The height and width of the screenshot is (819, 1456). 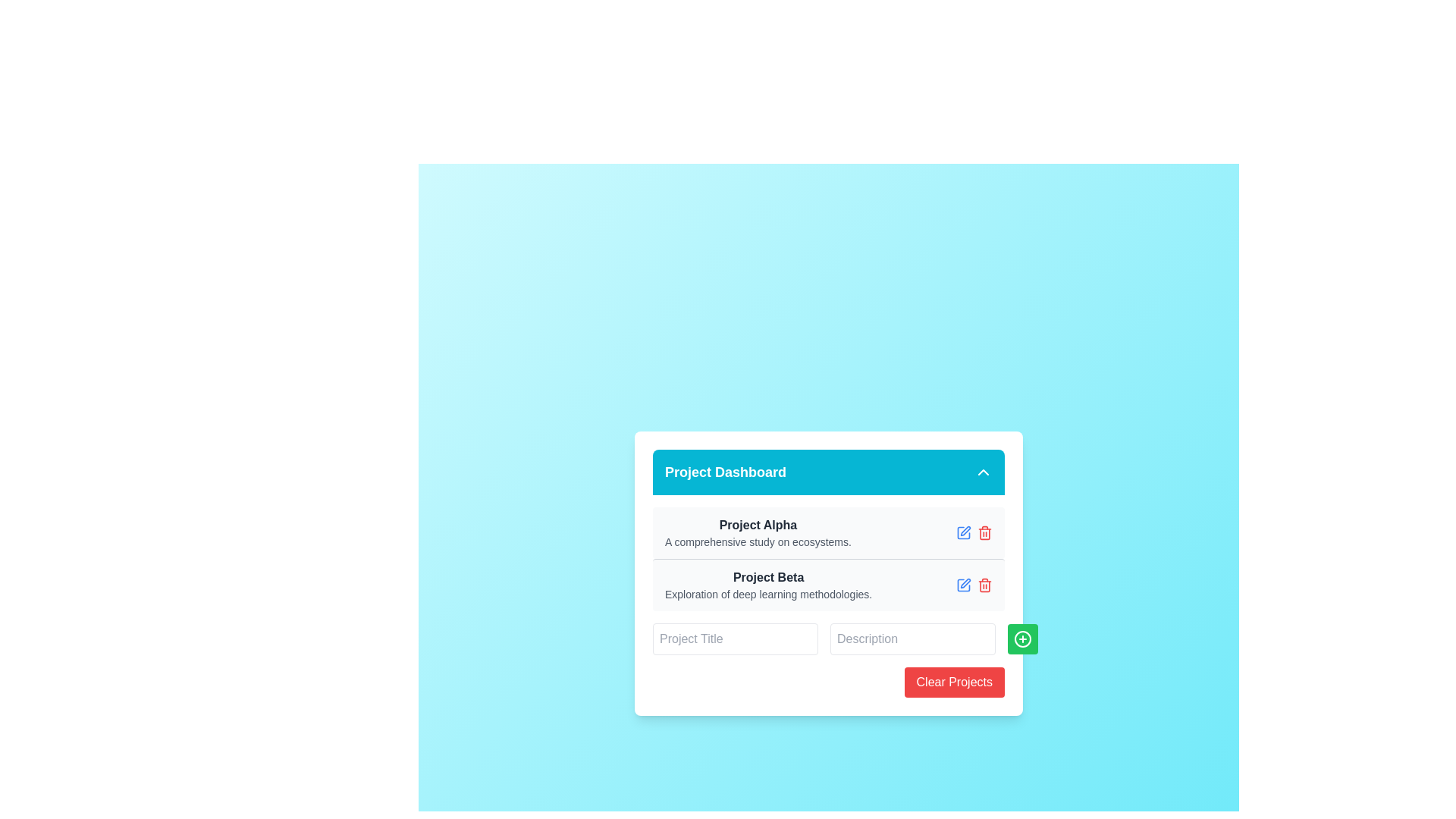 I want to click on the text label that contains 'Exploration of deep learning methodologies.' located directly below the bold heading 'Project Beta' in the Project Dashboard interface, so click(x=768, y=593).